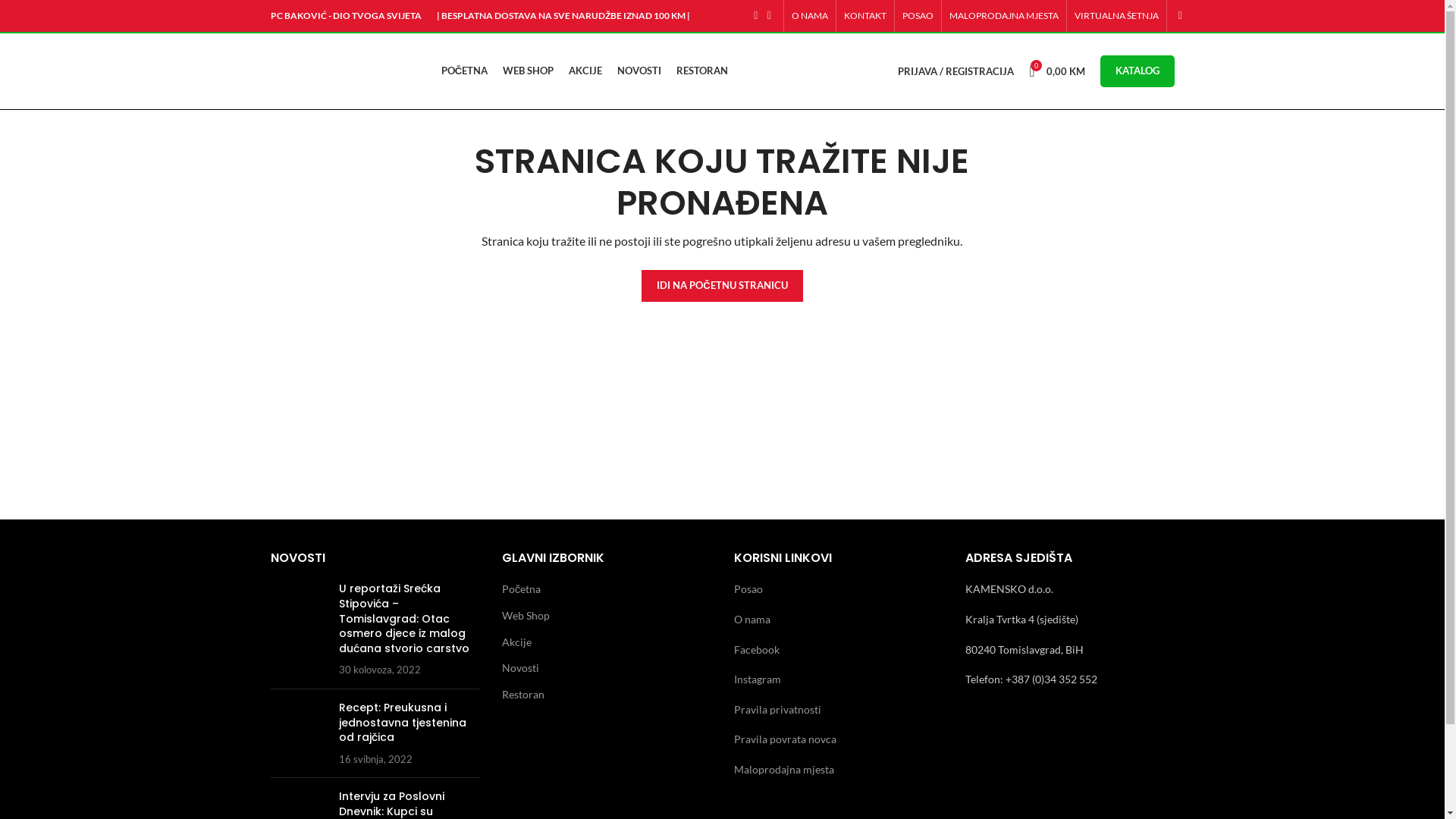 The width and height of the screenshot is (1456, 819). Describe the element at coordinates (701, 71) in the screenshot. I see `'RESTORAN'` at that location.